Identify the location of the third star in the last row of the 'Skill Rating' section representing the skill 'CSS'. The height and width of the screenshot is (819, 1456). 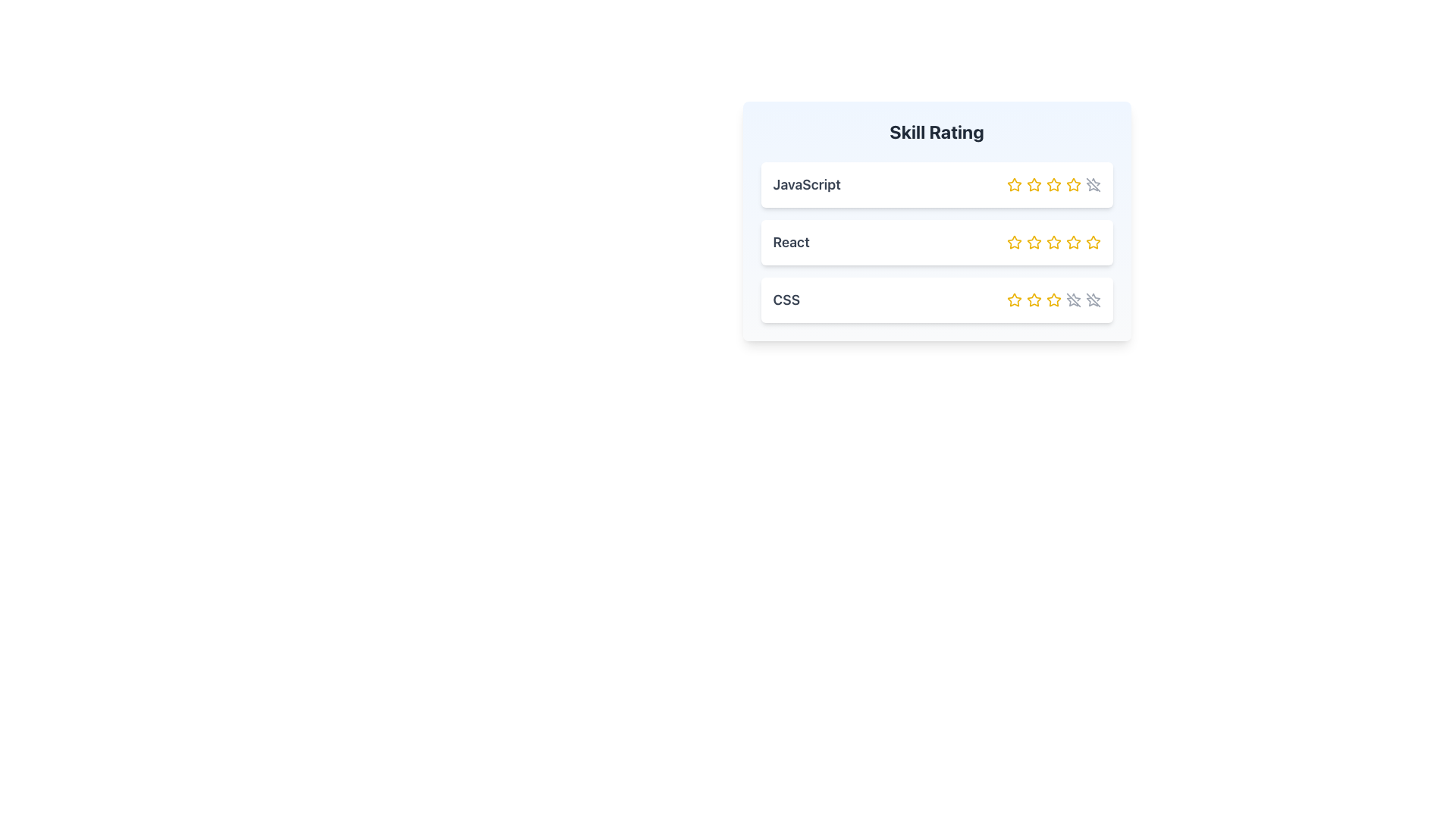
(1033, 300).